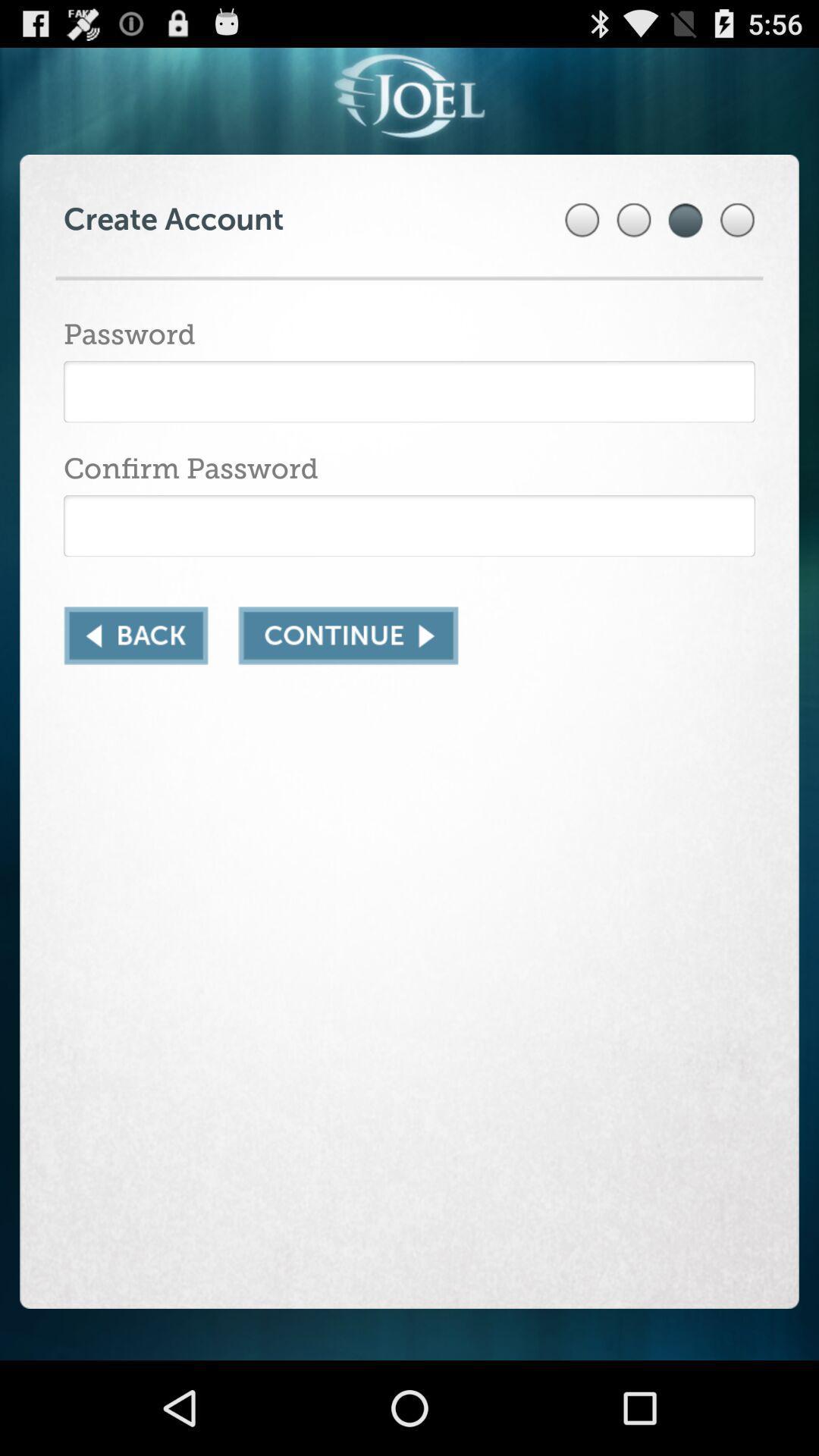 This screenshot has width=819, height=1456. I want to click on password, so click(409, 391).